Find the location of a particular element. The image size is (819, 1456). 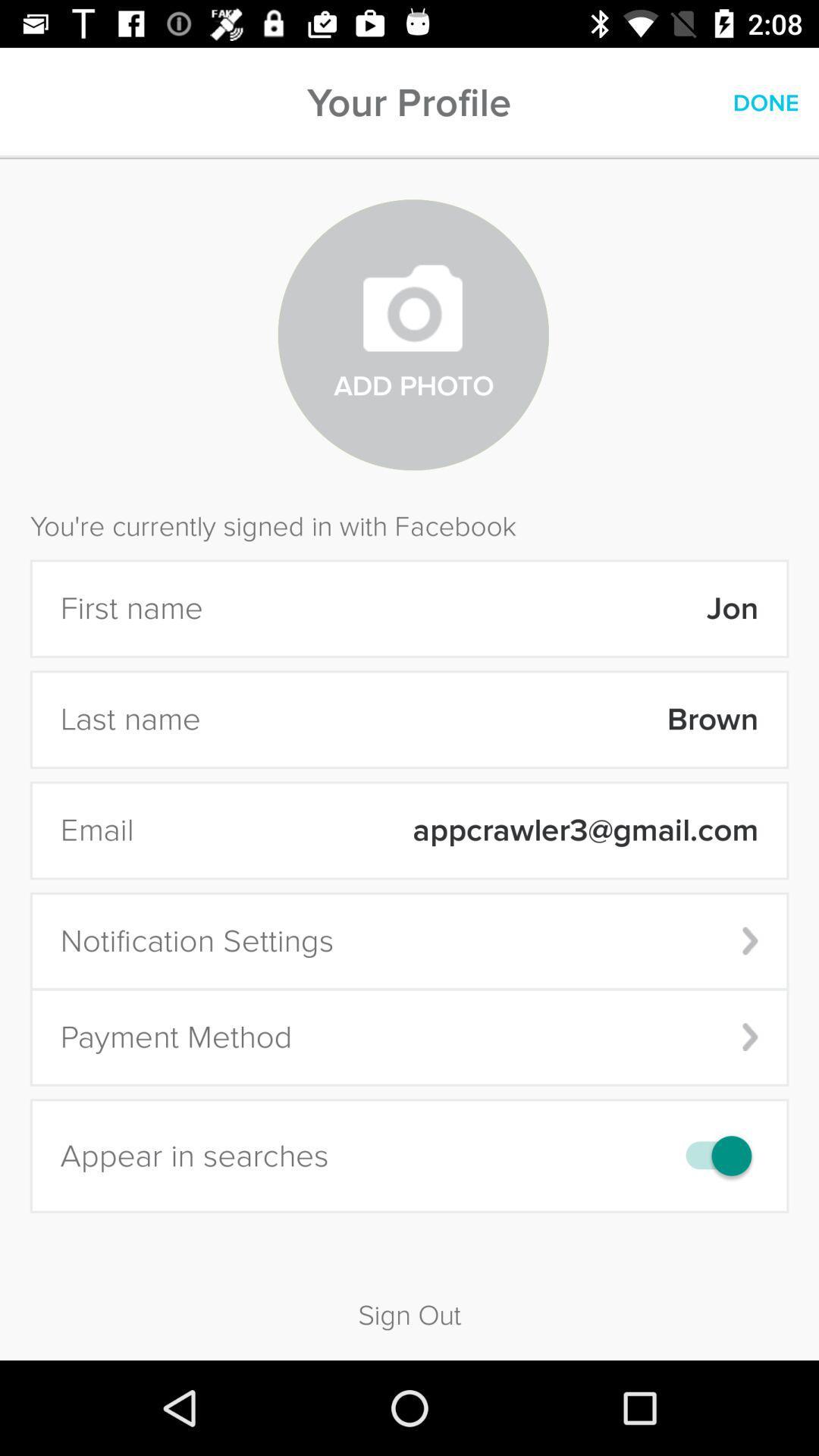

appcrawler3@gmail.com is located at coordinates (455, 830).